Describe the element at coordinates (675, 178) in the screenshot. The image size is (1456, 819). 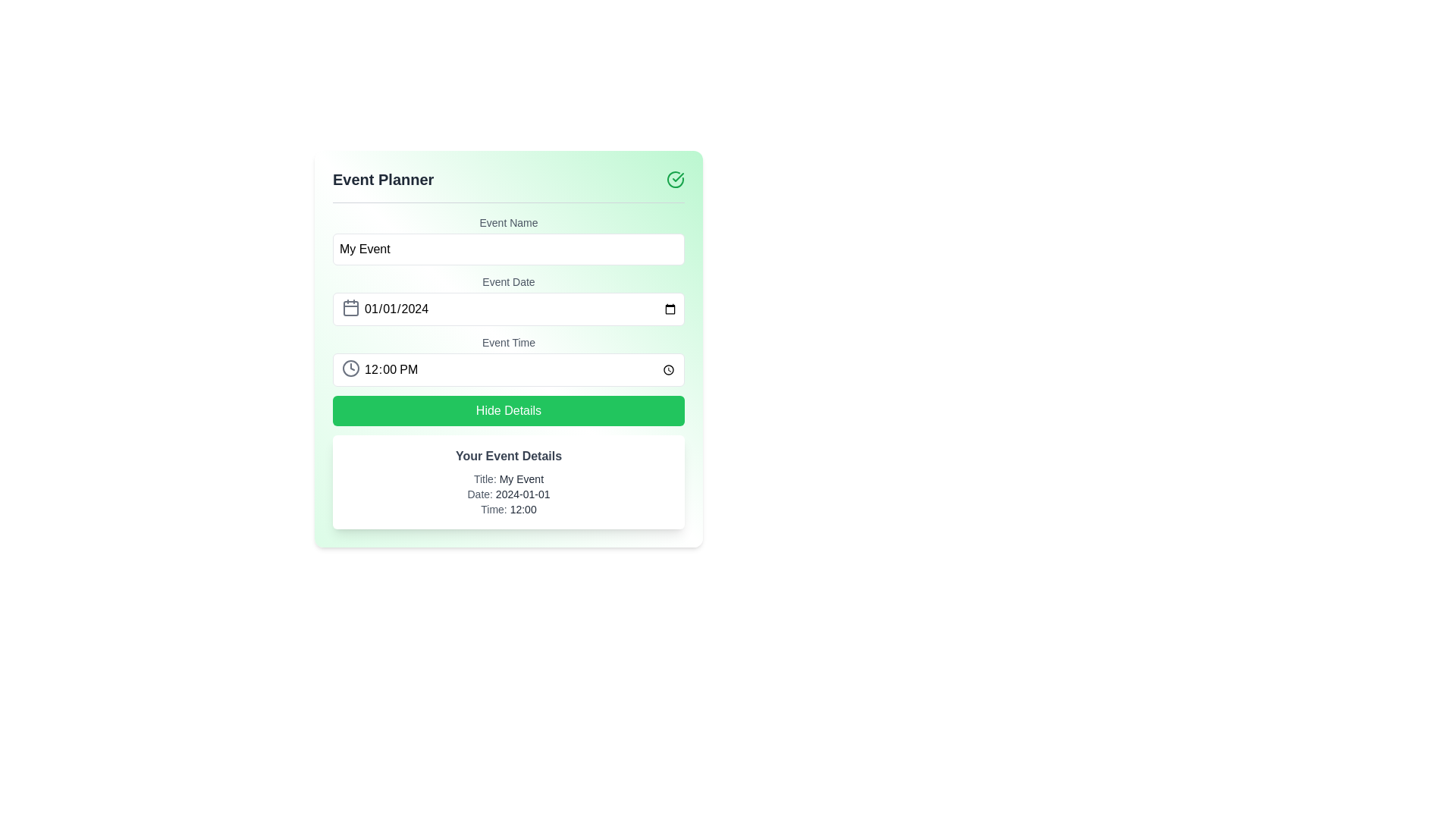
I see `the completion status SVG icon located in the top-right corner of the 'Event Planner' panel, adjacent to the panel's title text 'Event Planner'` at that location.